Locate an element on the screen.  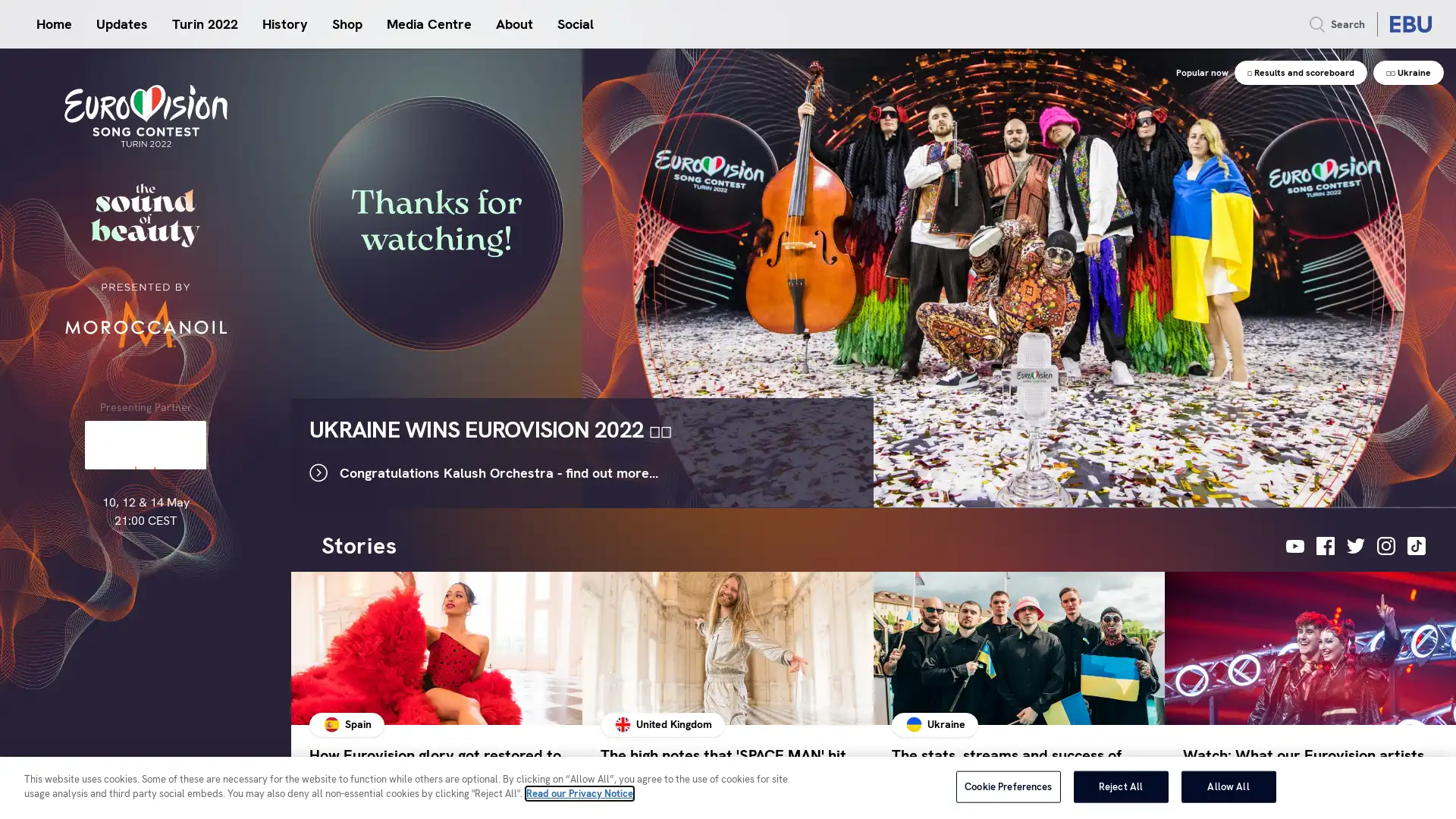
Reject All is located at coordinates (1120, 786).